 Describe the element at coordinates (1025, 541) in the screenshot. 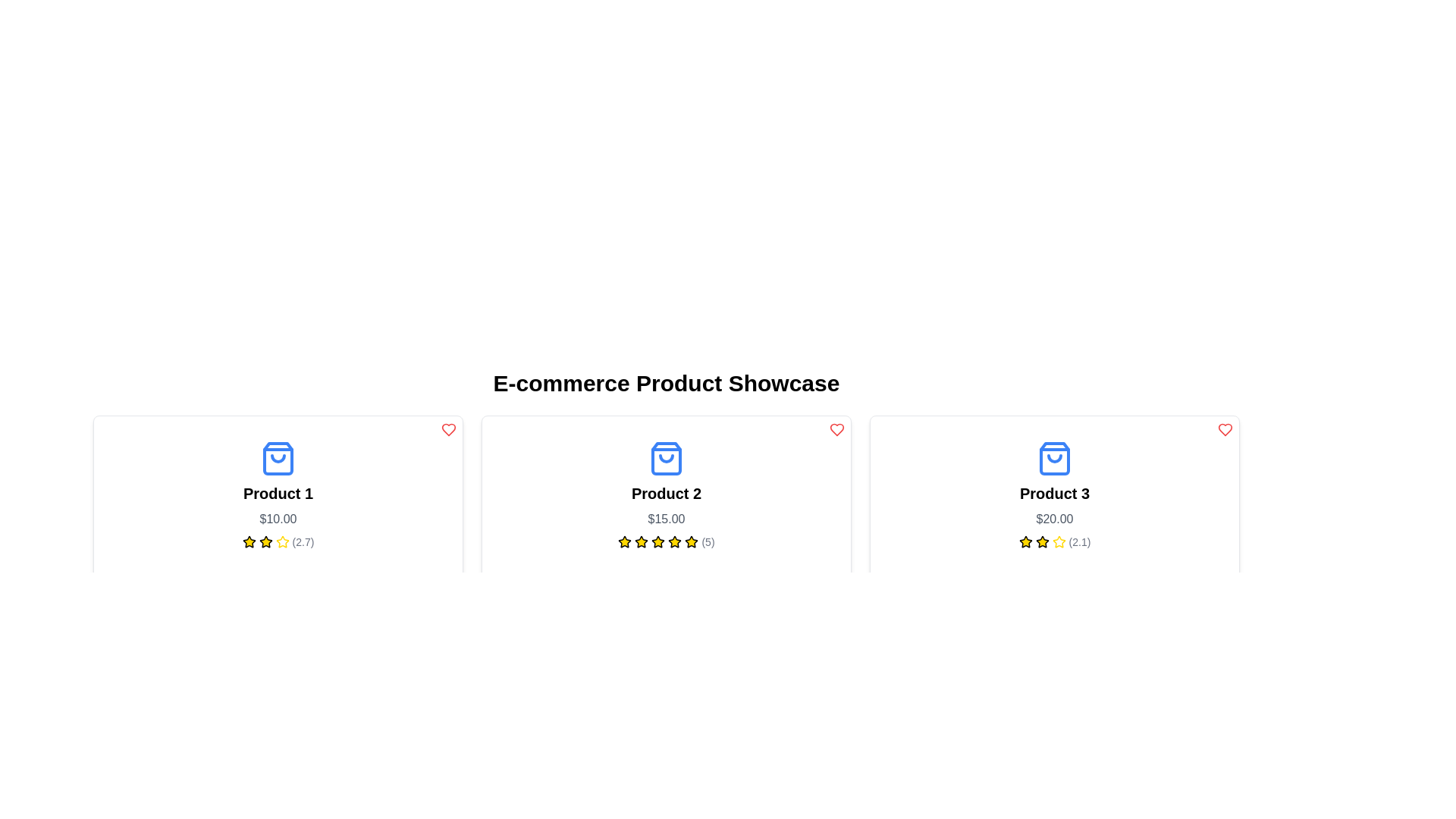

I see `the visual state of the first star icon in the rating system for 'Product 3', which is located beneath the product card` at that location.